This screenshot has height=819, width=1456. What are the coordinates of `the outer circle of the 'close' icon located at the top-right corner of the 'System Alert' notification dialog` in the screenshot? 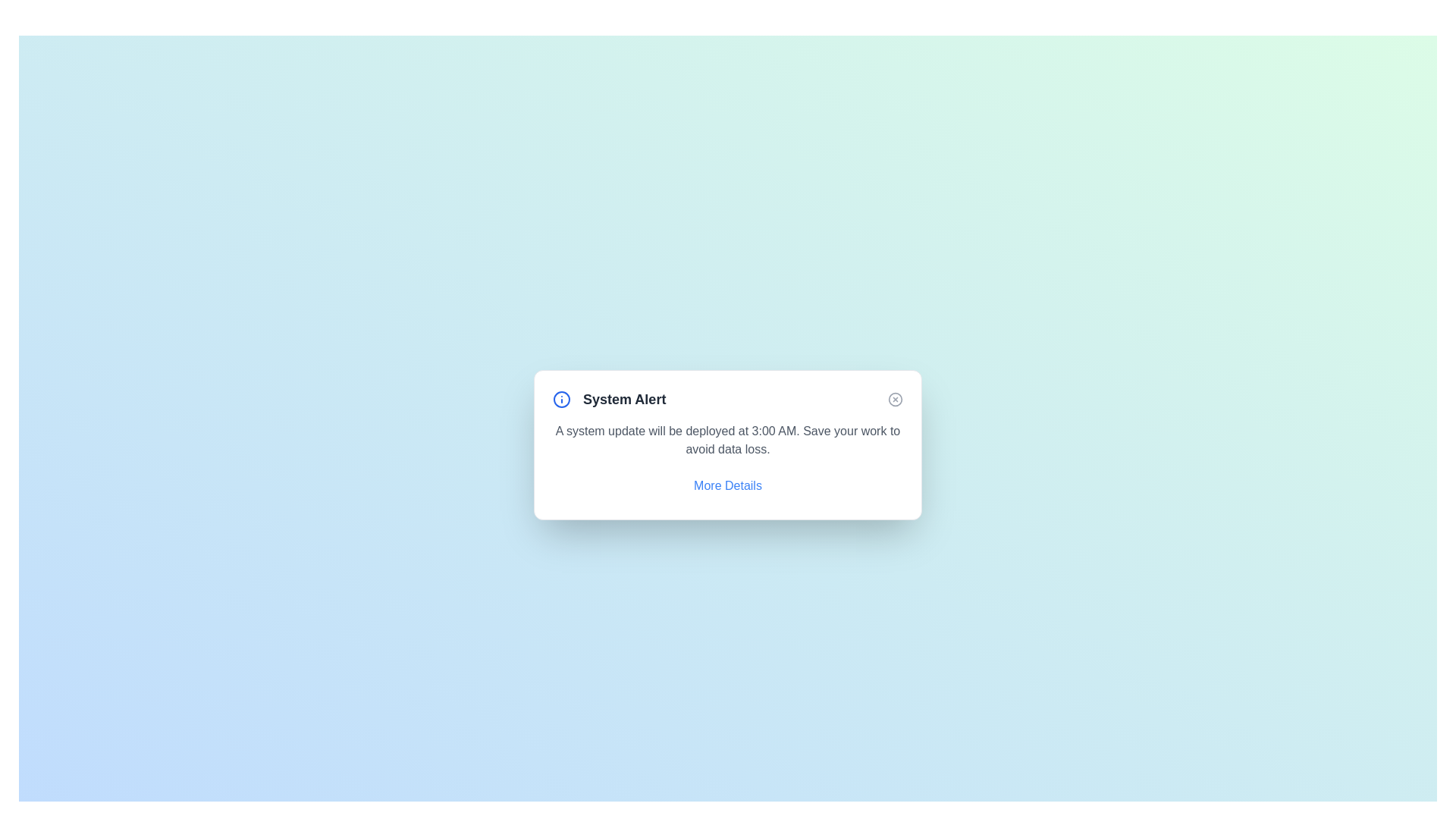 It's located at (895, 399).